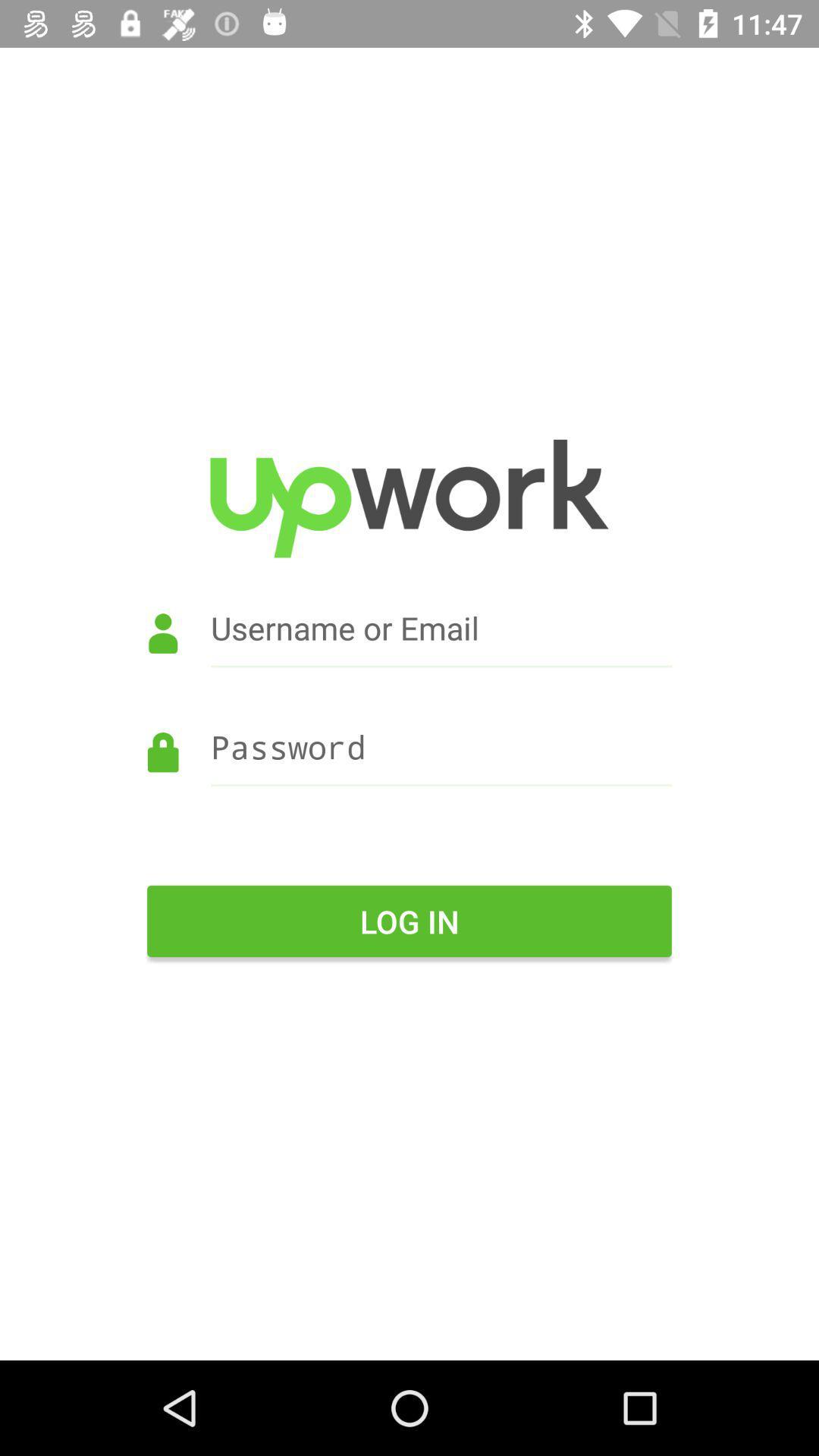  What do you see at coordinates (409, 920) in the screenshot?
I see `the log in` at bounding box center [409, 920].